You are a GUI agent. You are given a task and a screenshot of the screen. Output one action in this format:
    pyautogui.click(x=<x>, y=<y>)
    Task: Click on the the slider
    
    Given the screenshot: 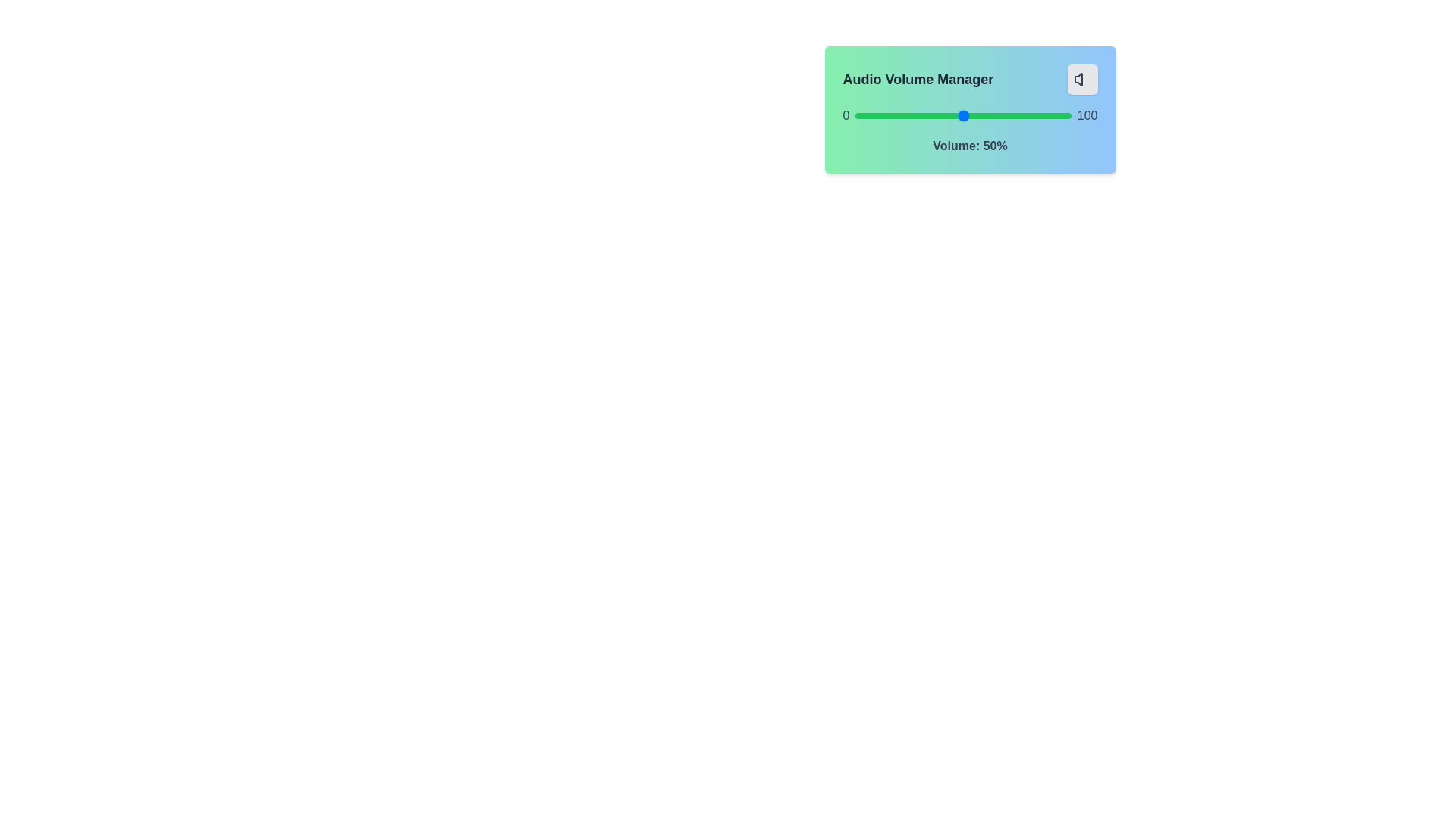 What is the action you would take?
    pyautogui.click(x=1002, y=115)
    